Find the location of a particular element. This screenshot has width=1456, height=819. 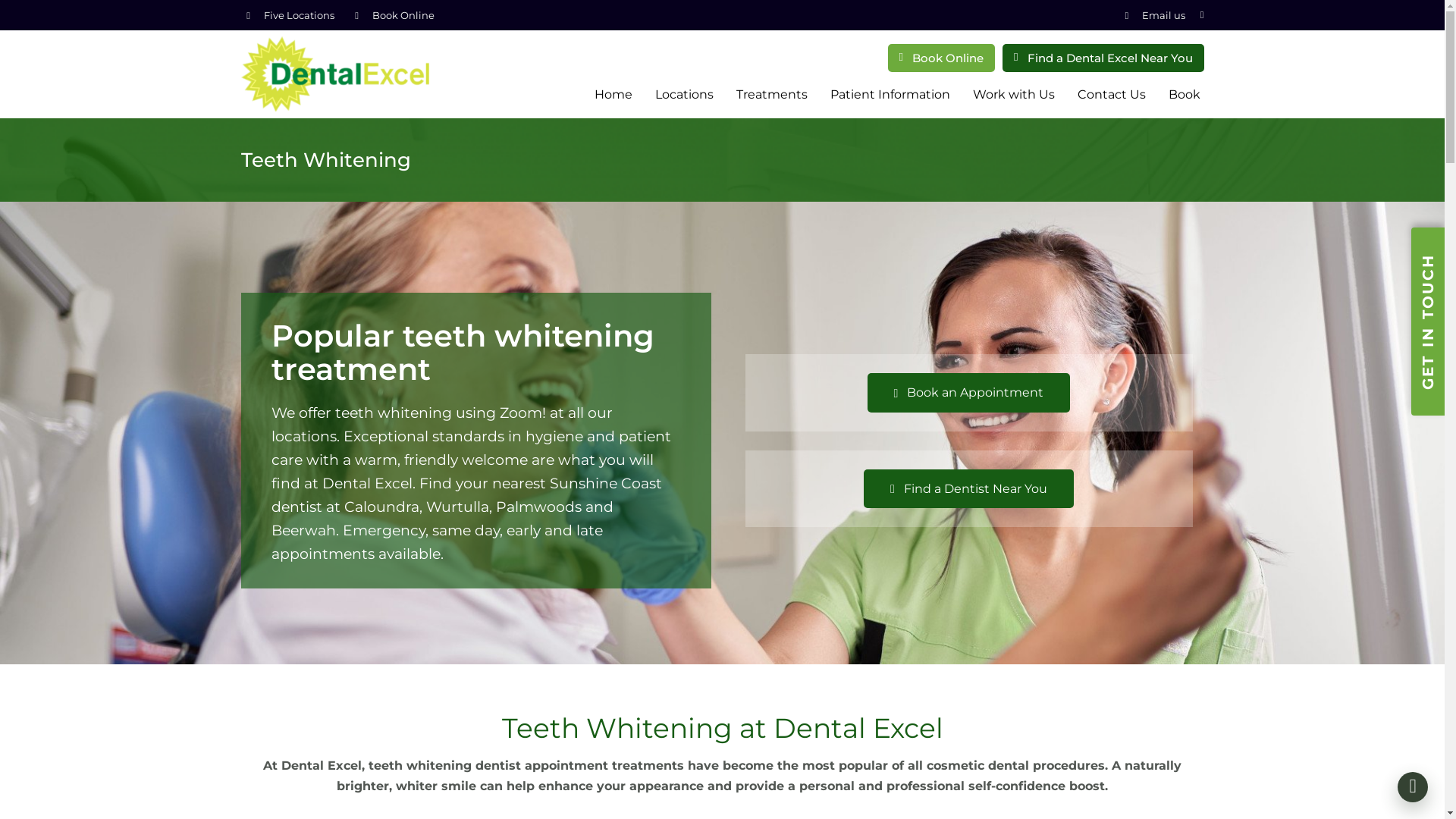

'Book Online' is located at coordinates (403, 14).